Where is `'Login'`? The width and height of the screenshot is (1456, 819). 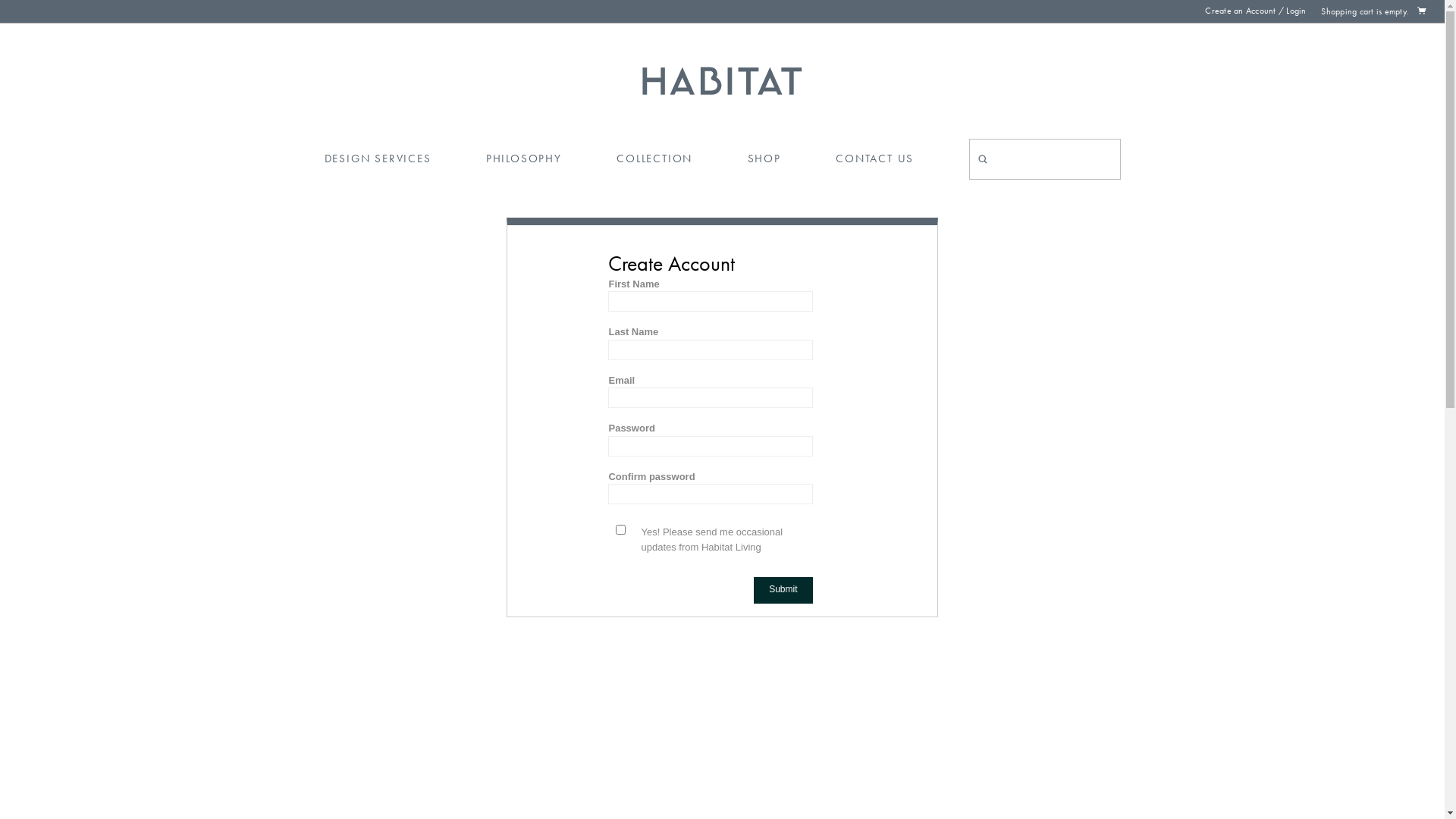
'Login' is located at coordinates (1294, 11).